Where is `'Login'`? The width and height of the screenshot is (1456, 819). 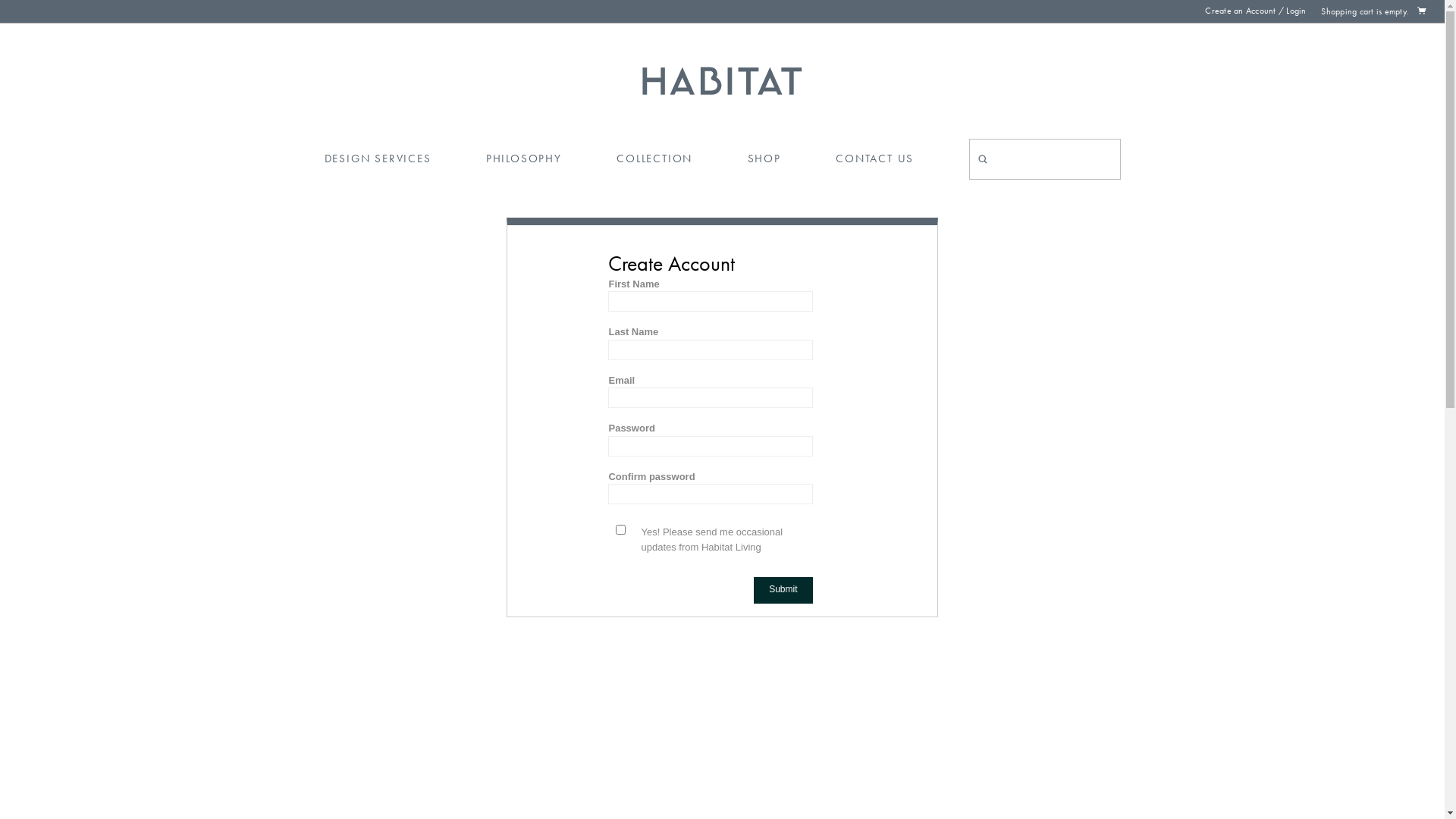
'Login' is located at coordinates (1294, 11).